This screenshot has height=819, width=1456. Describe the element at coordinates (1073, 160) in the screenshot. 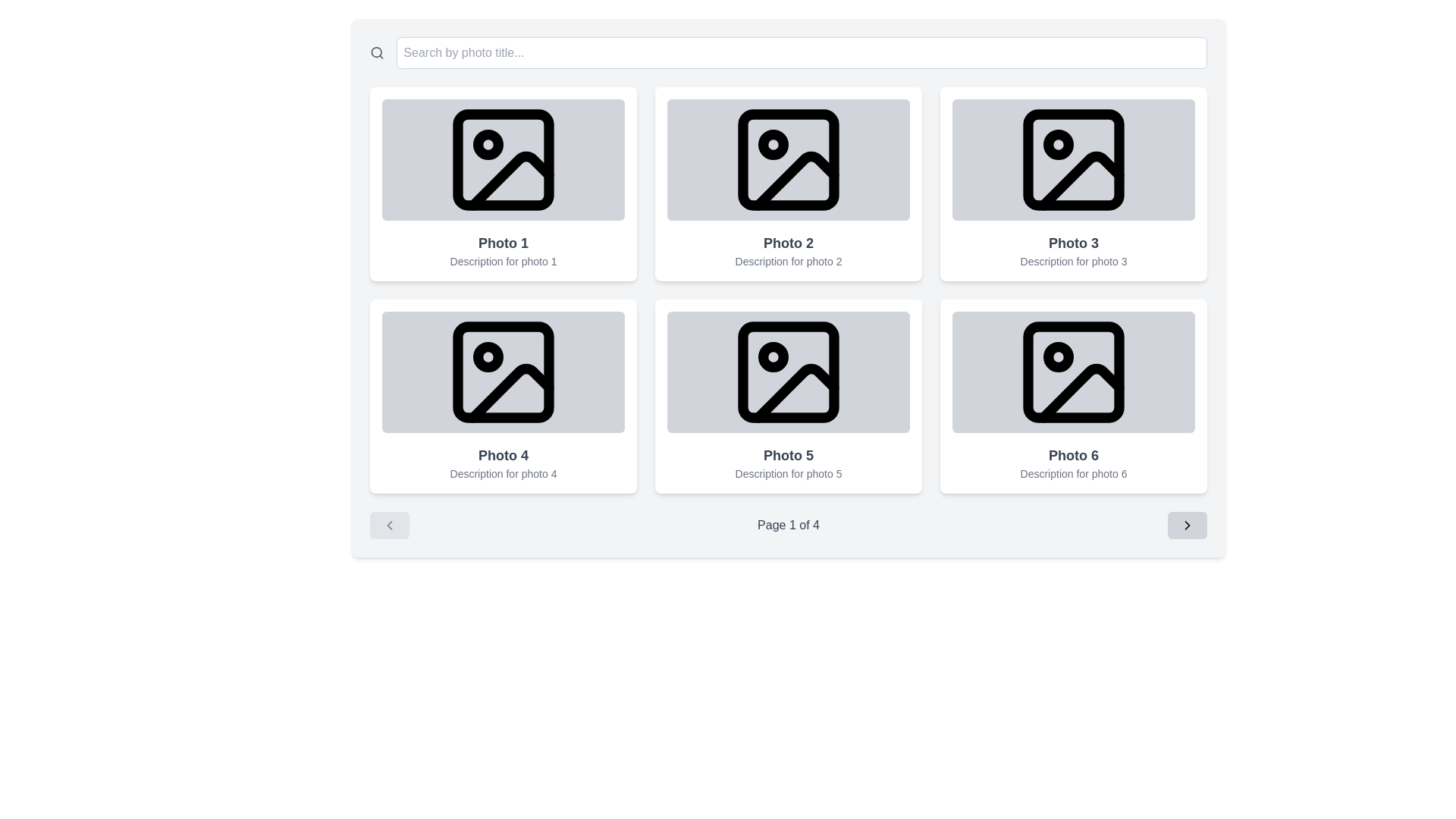

I see `SVG rectangle with rounded corners located in the top-left corner of the third photo card in the first row, within the image section` at that location.